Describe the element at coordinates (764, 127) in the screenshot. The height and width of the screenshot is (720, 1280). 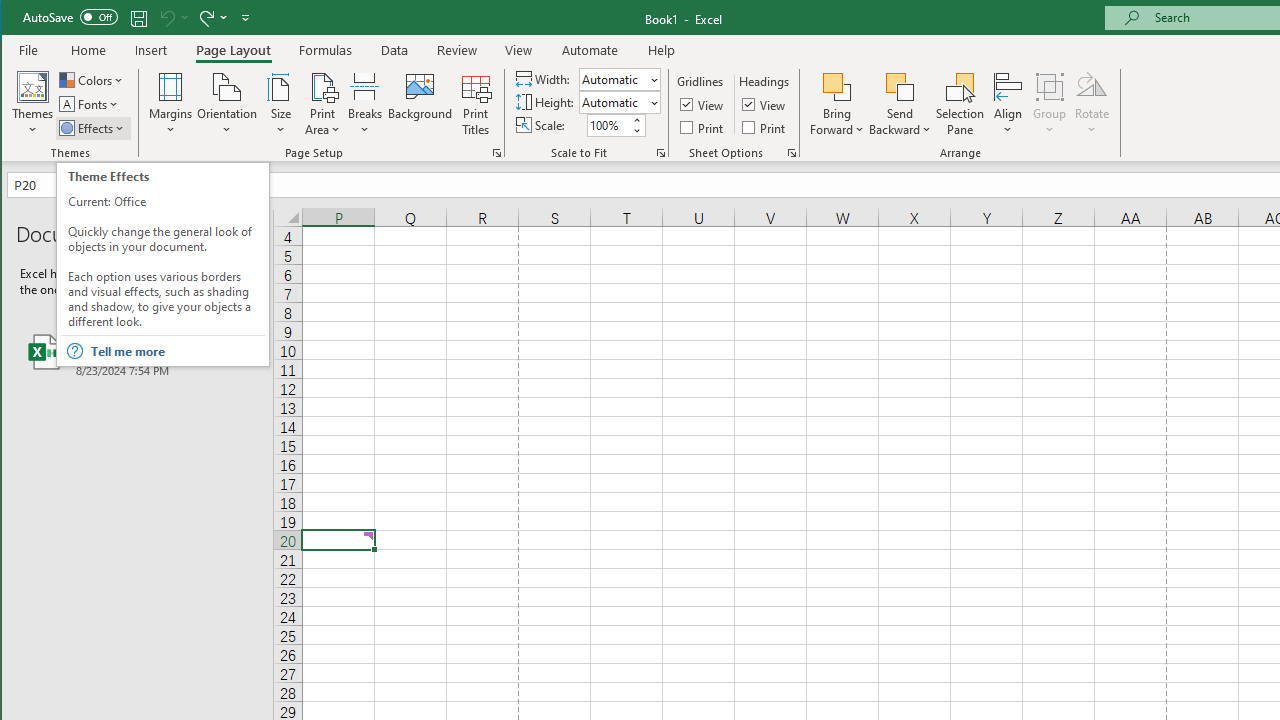
I see `'Print'` at that location.